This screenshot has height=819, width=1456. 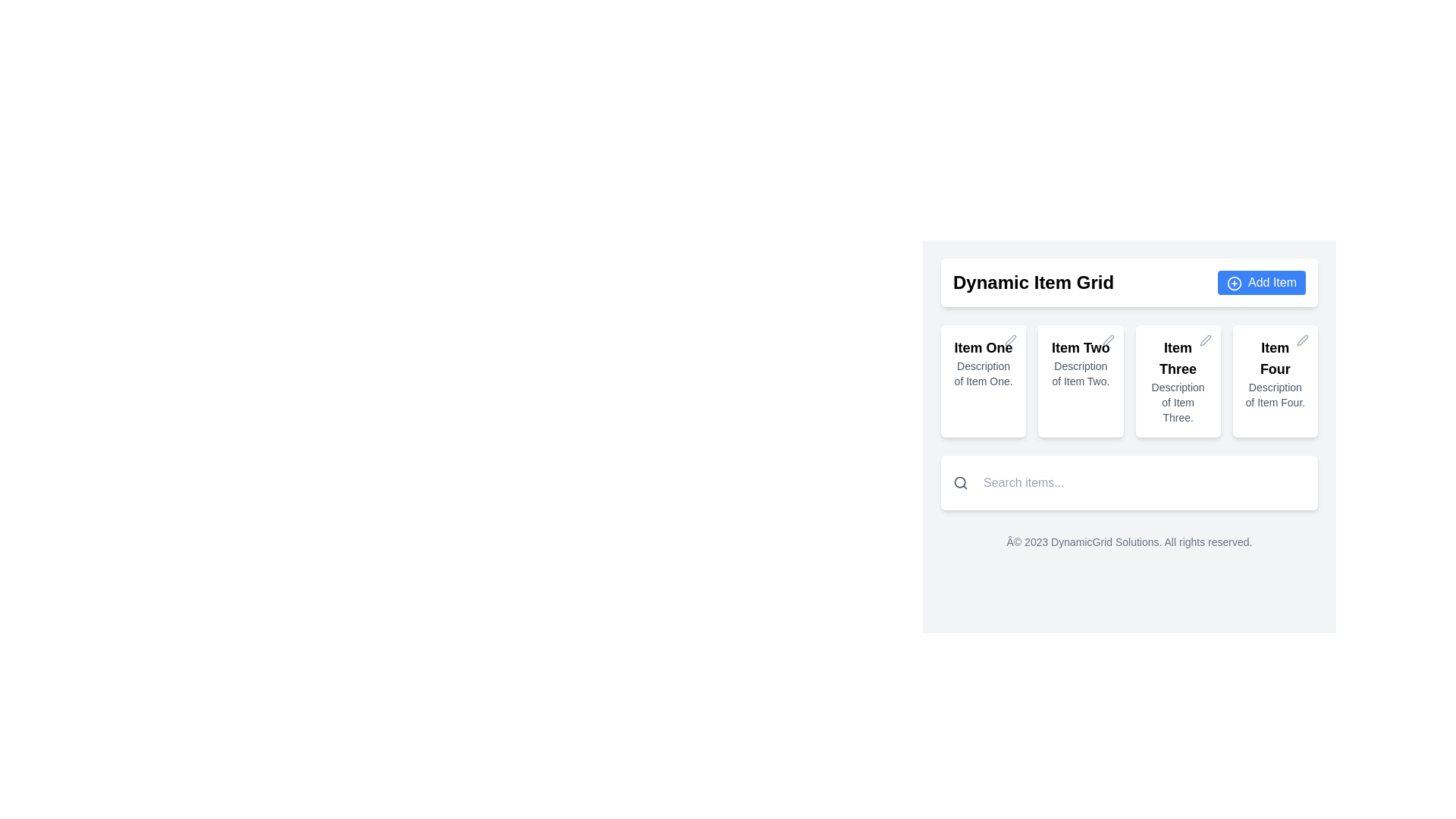 I want to click on title text of the second card in the 'Dynamic Item Grid' section, which is positioned above the description text 'Description of Item Two.', so click(x=1080, y=348).